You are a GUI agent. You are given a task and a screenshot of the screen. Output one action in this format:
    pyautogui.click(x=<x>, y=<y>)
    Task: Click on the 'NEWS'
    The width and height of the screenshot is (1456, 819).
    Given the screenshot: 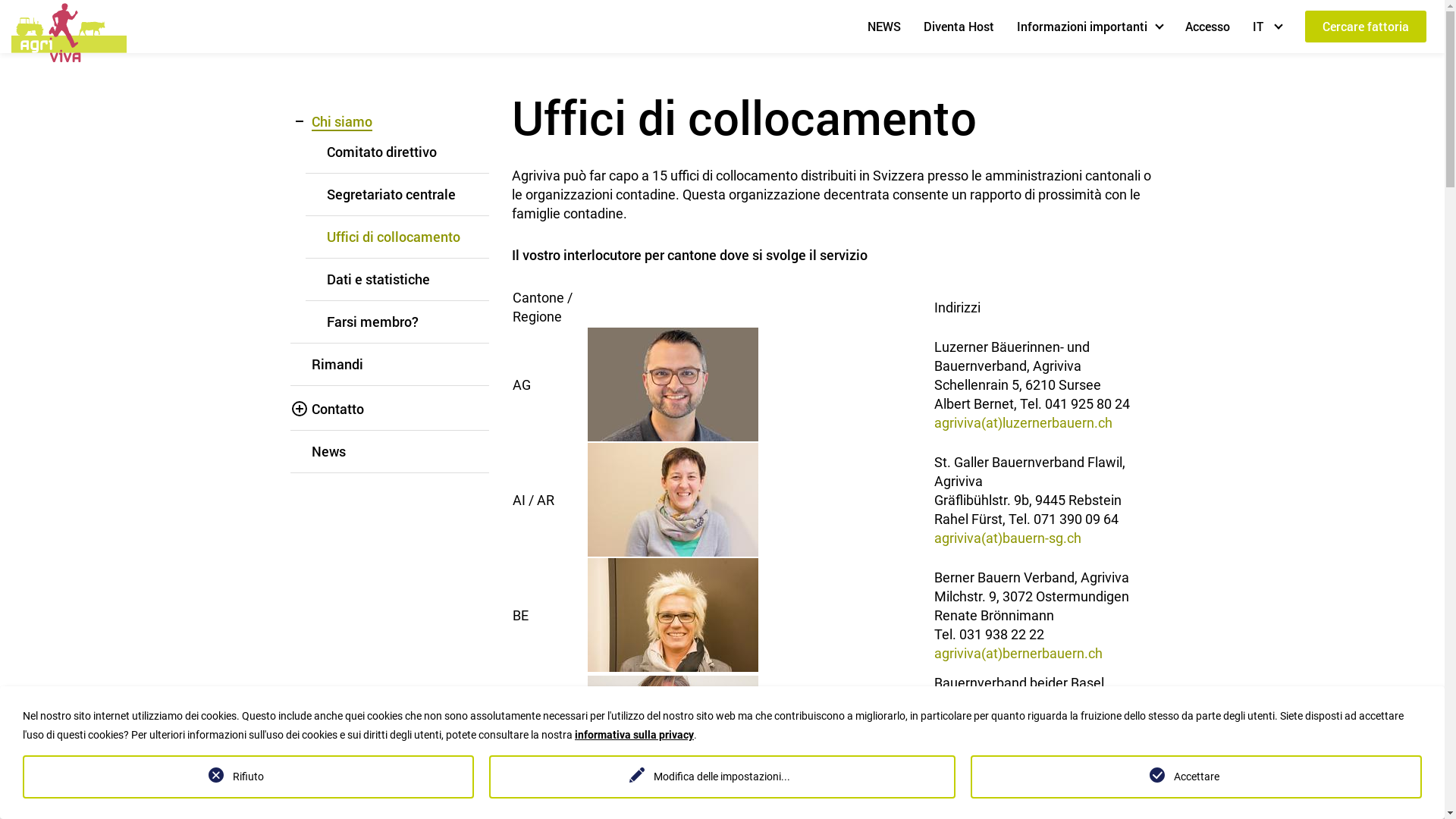 What is the action you would take?
    pyautogui.click(x=884, y=26)
    